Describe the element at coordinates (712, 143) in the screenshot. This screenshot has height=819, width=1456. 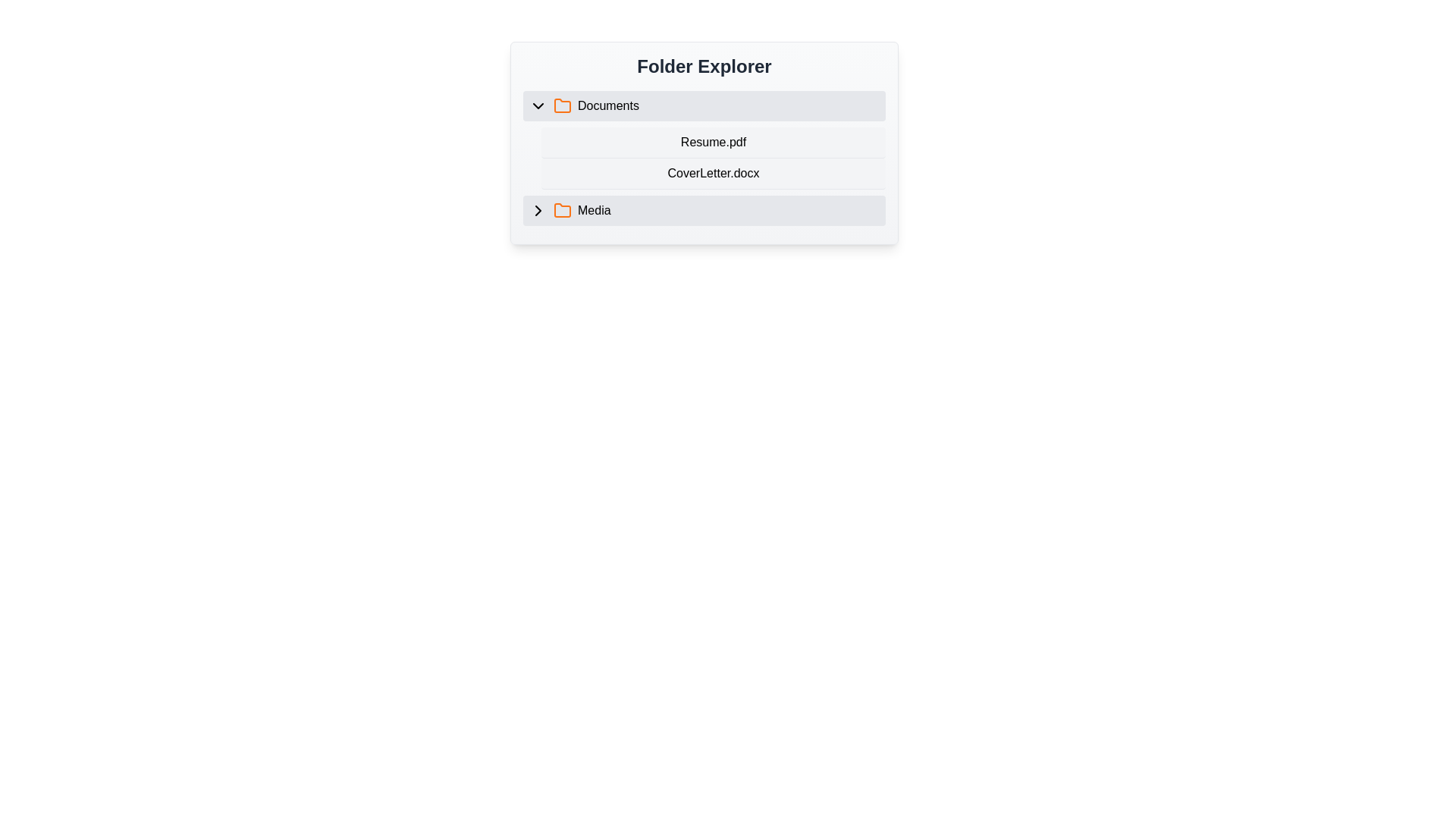
I see `the text label representing the filename` at that location.